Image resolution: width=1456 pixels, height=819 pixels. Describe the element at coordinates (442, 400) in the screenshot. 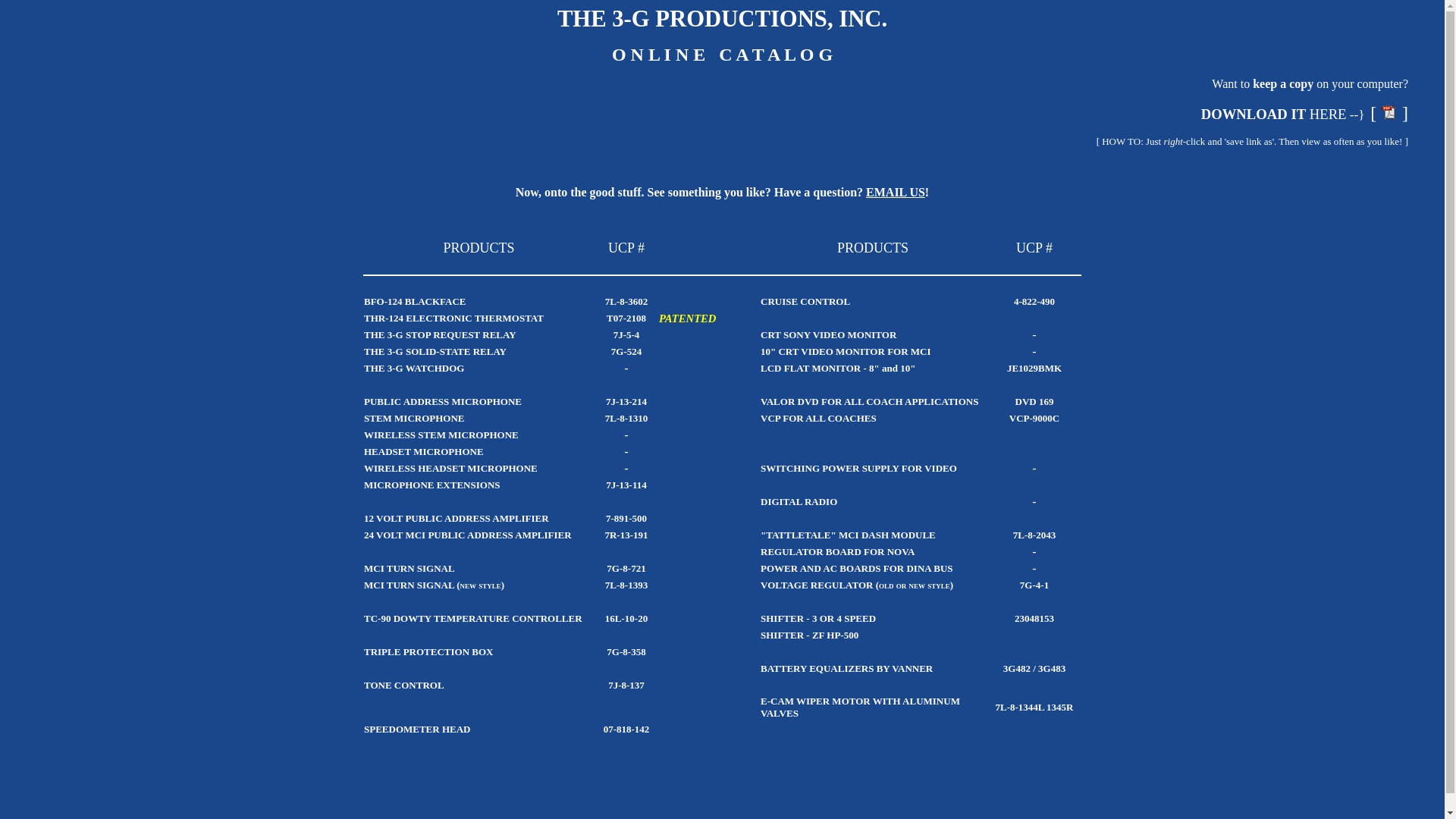

I see `'PUBLIC ADDRESS MICROPHONE'` at that location.